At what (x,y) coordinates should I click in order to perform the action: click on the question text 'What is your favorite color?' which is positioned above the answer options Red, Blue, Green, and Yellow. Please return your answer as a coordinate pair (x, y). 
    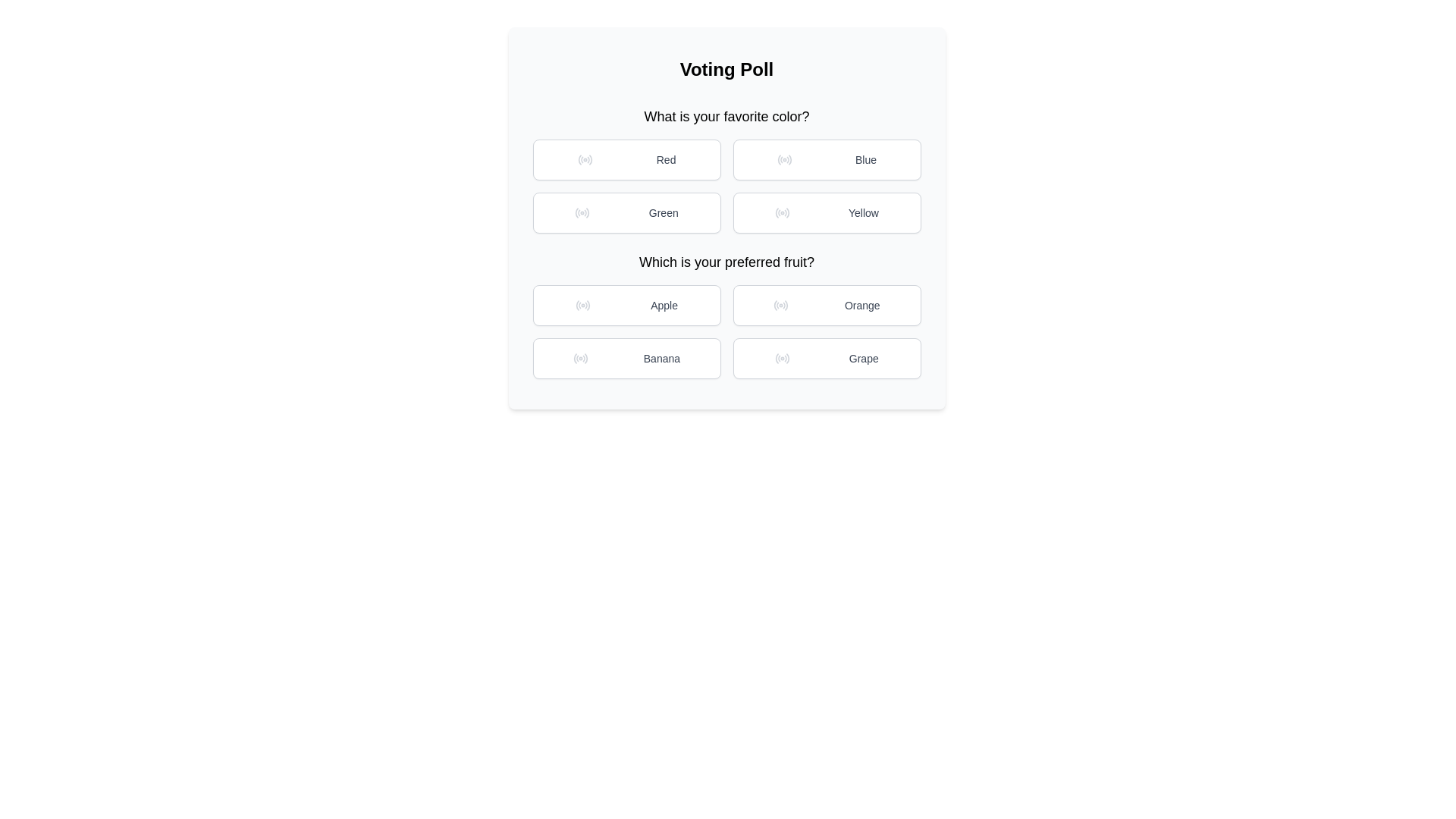
    Looking at the image, I should click on (726, 169).